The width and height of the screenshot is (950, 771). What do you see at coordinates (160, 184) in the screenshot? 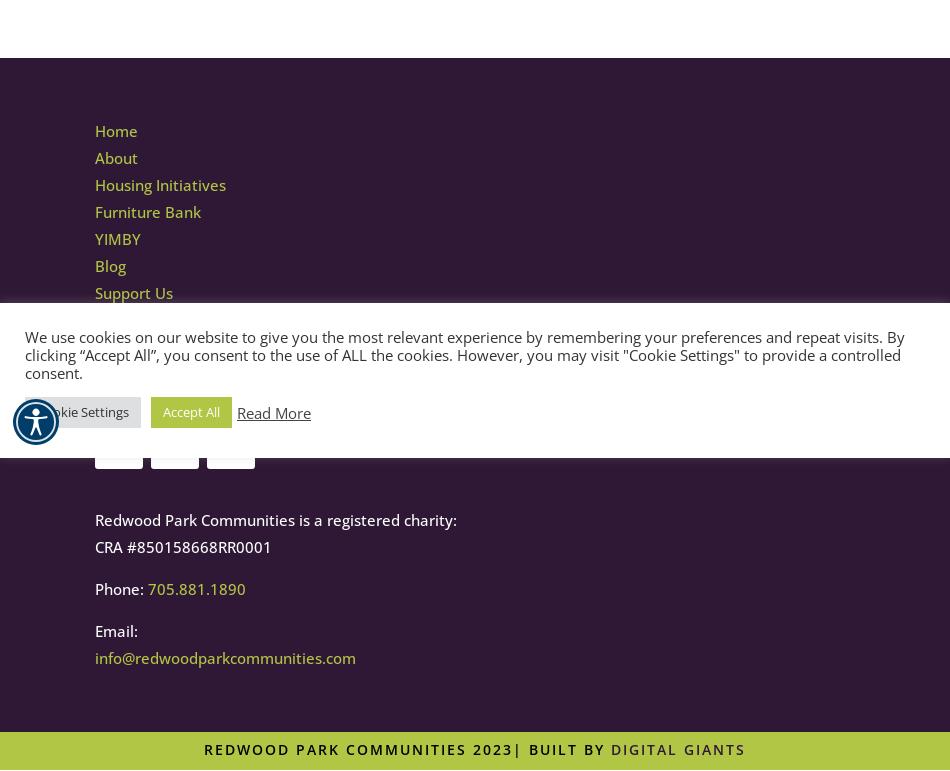
I see `'Housing Initiatives'` at bounding box center [160, 184].